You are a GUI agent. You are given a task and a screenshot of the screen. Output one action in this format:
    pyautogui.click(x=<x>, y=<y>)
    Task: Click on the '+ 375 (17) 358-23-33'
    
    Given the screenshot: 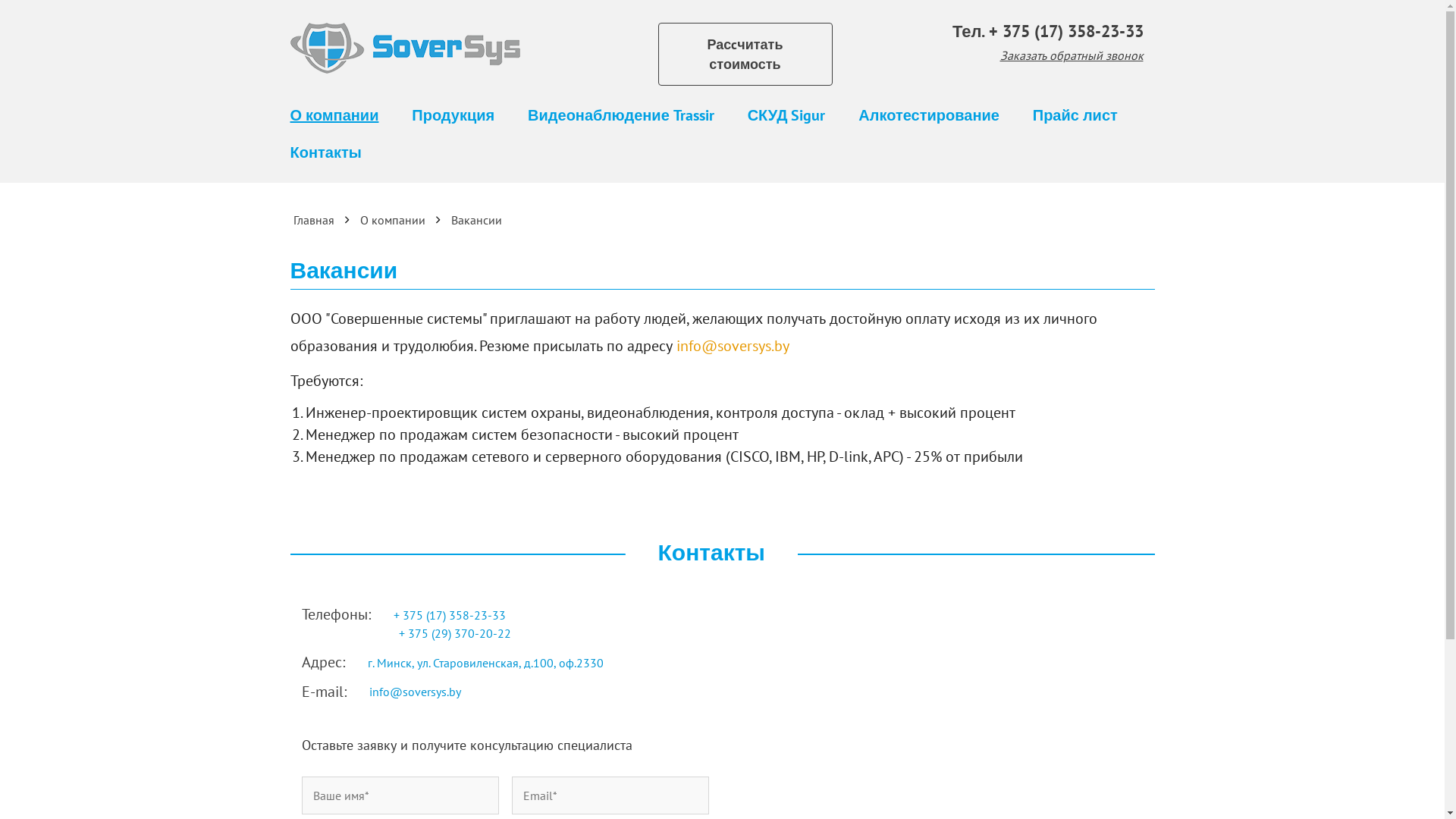 What is the action you would take?
    pyautogui.click(x=1065, y=31)
    